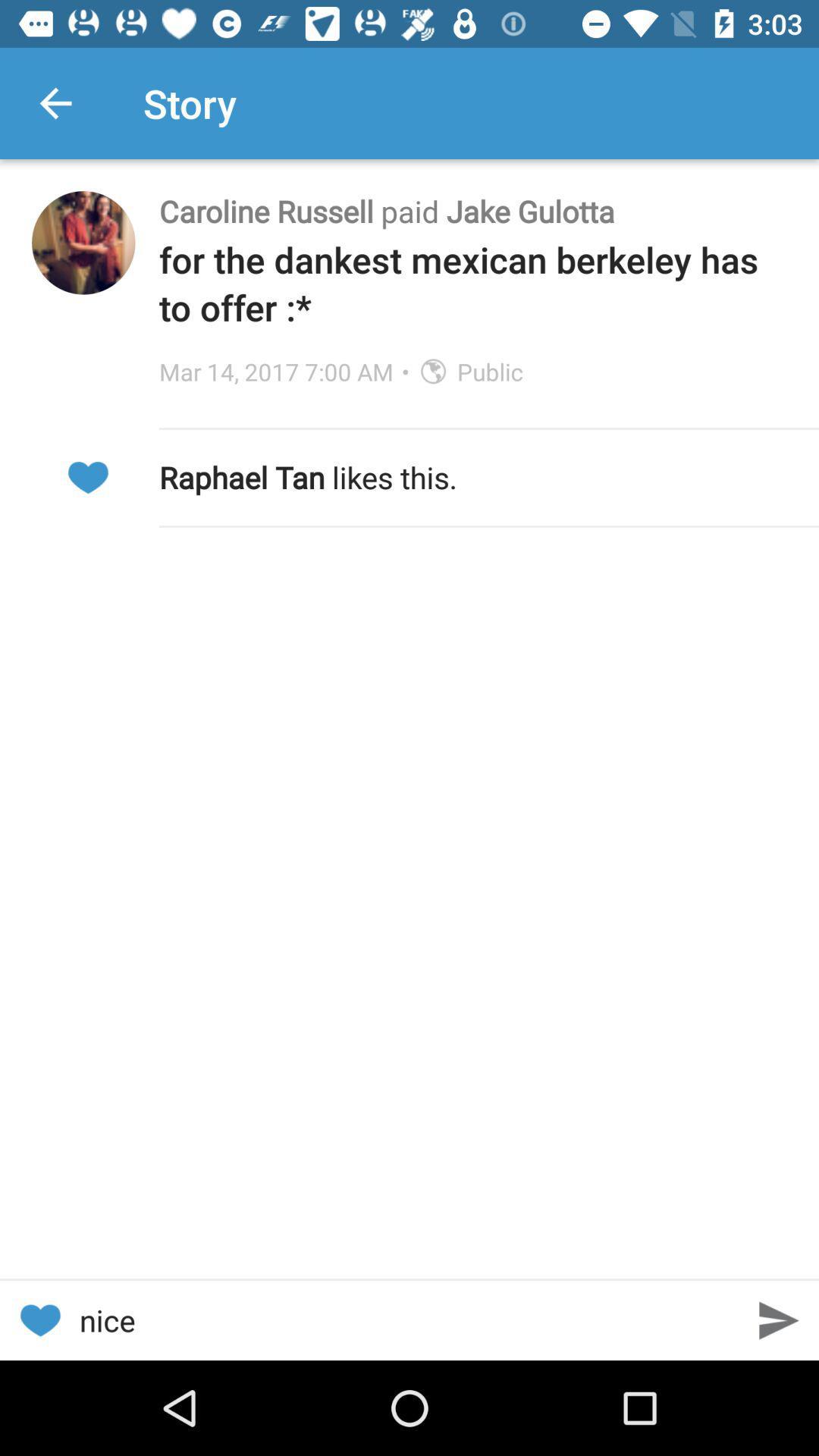  What do you see at coordinates (779, 1319) in the screenshot?
I see `click the send arrow` at bounding box center [779, 1319].